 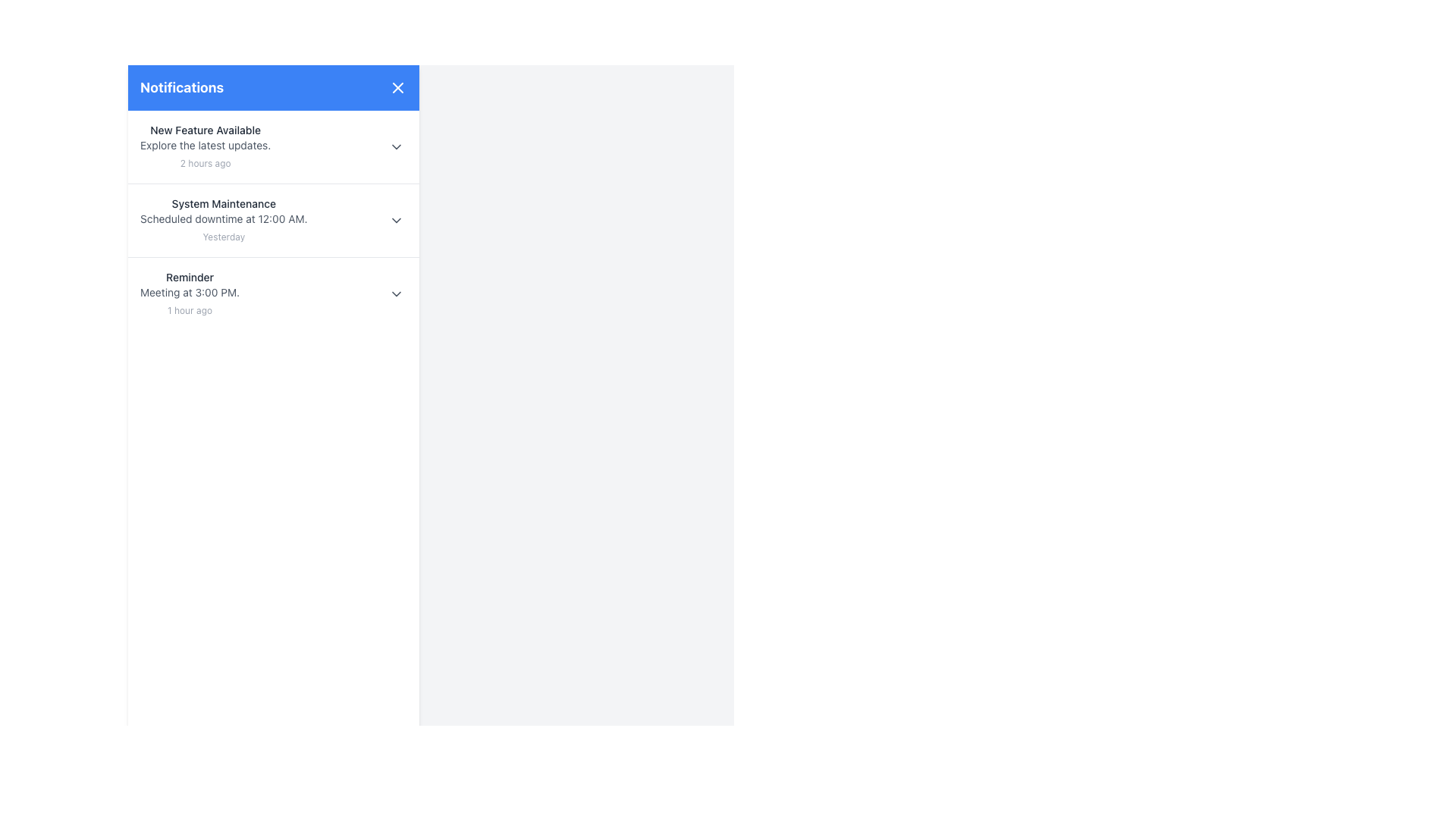 What do you see at coordinates (189, 292) in the screenshot?
I see `the text label that provides the specific time information for a scheduled meeting within the 'Reminder' notification card` at bounding box center [189, 292].